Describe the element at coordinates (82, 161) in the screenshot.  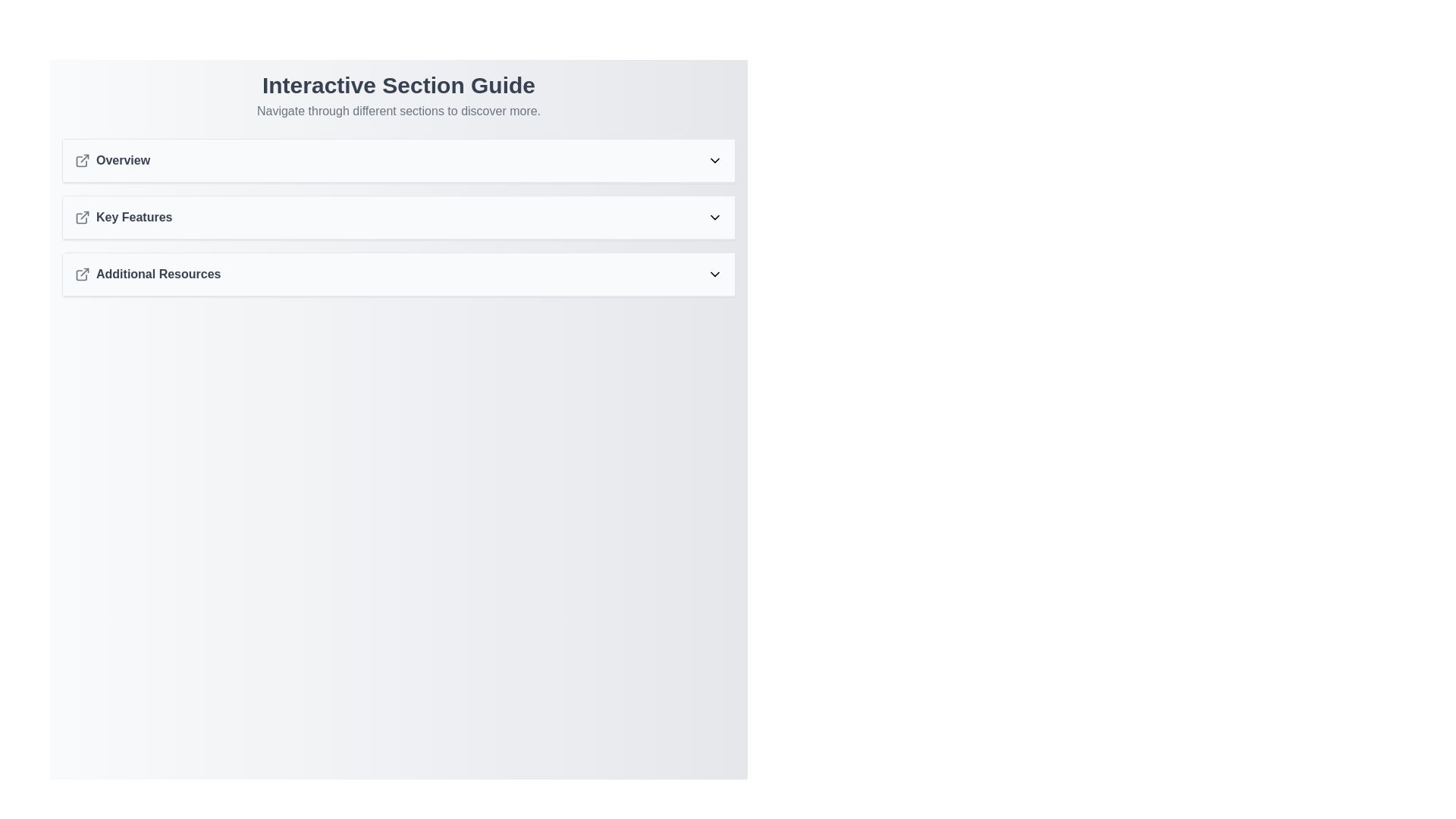
I see `the appearance of the small gray external link icon located to the left of the 'Overview' text in the first row of the vertically stacked list` at that location.